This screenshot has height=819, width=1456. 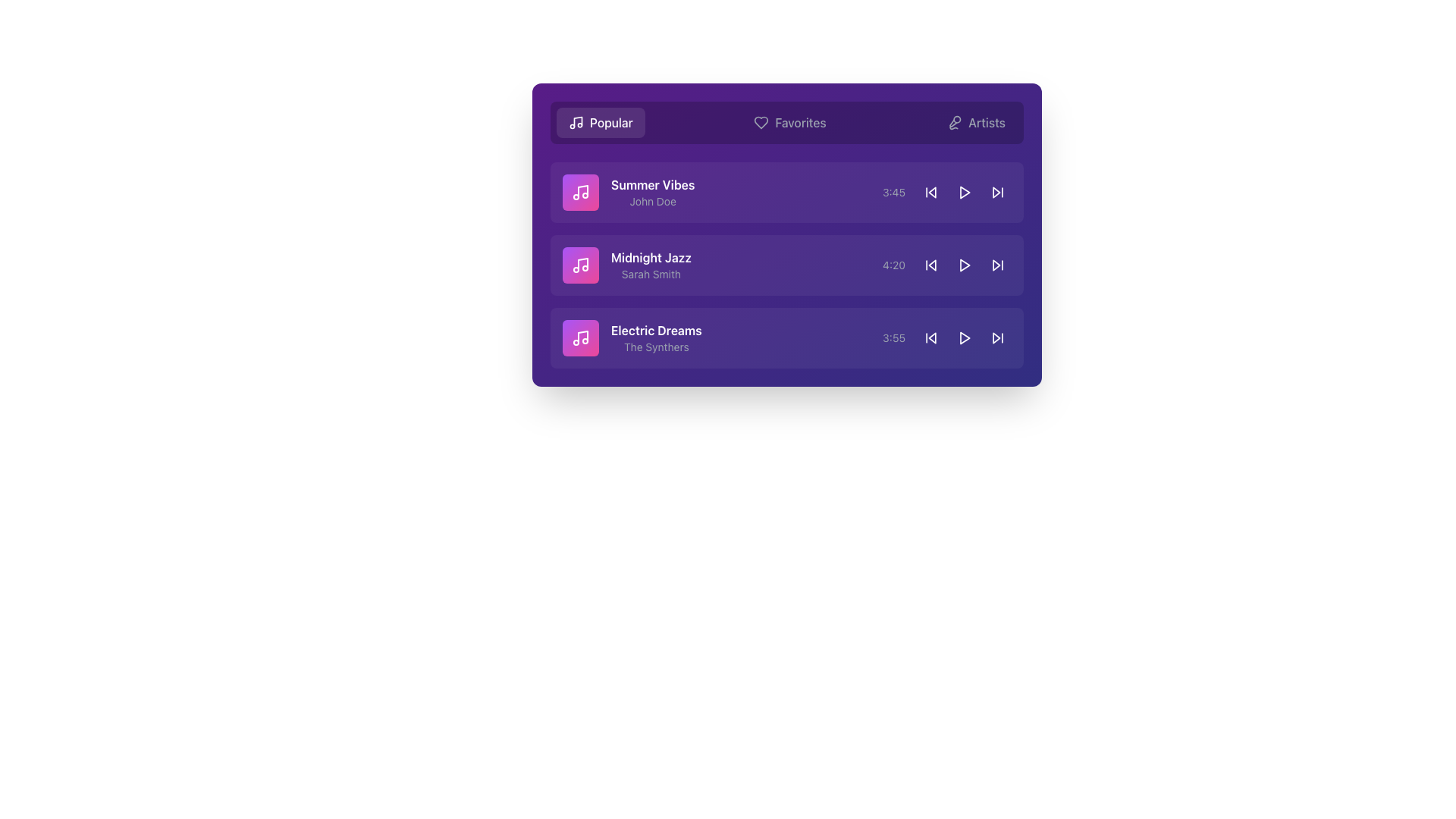 What do you see at coordinates (656, 347) in the screenshot?
I see `text label that indicates details about the associated music track, located beneath the title 'Electric Dreams'` at bounding box center [656, 347].